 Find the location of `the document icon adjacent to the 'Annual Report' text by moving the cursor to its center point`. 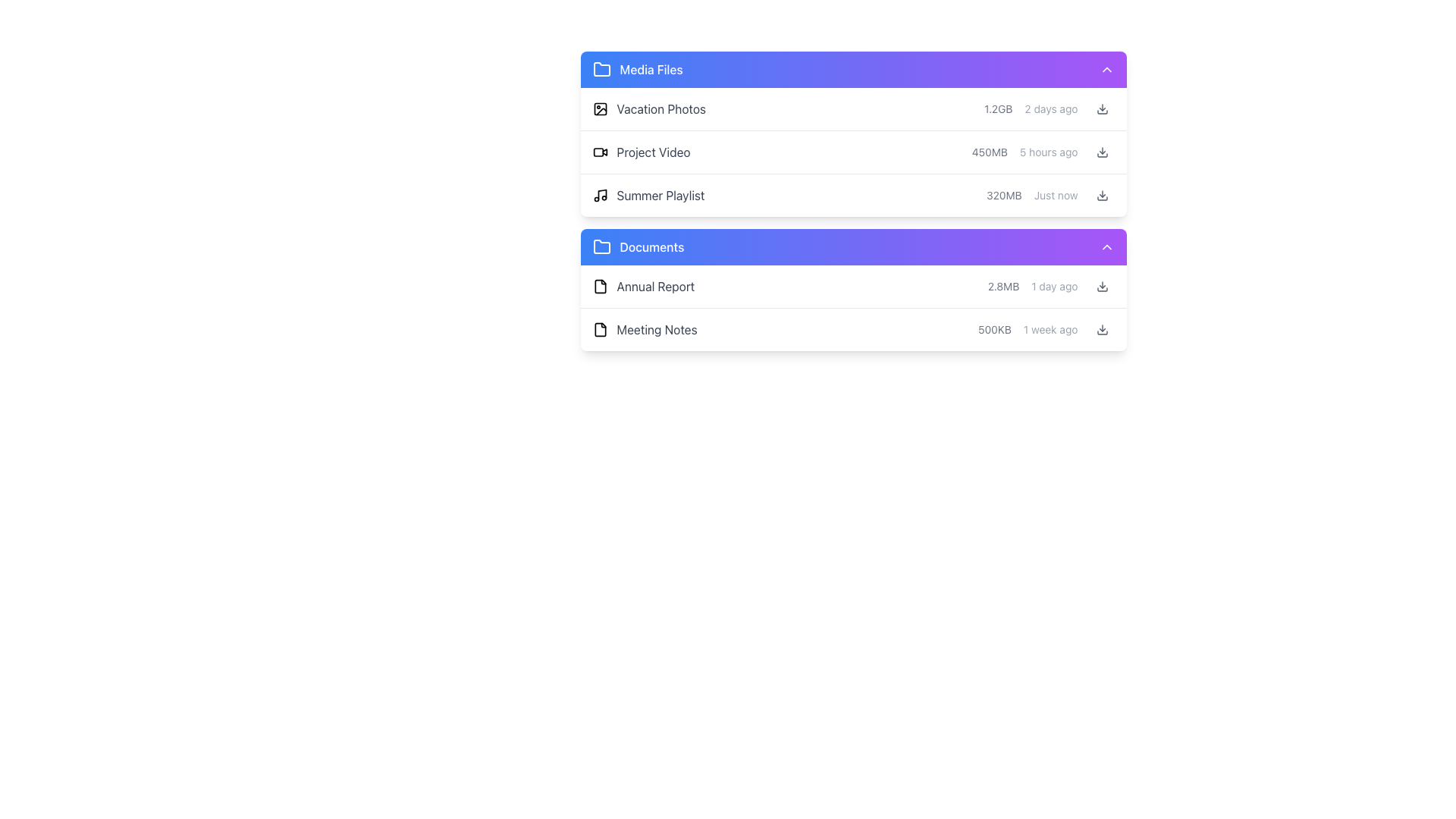

the document icon adjacent to the 'Annual Report' text by moving the cursor to its center point is located at coordinates (599, 287).